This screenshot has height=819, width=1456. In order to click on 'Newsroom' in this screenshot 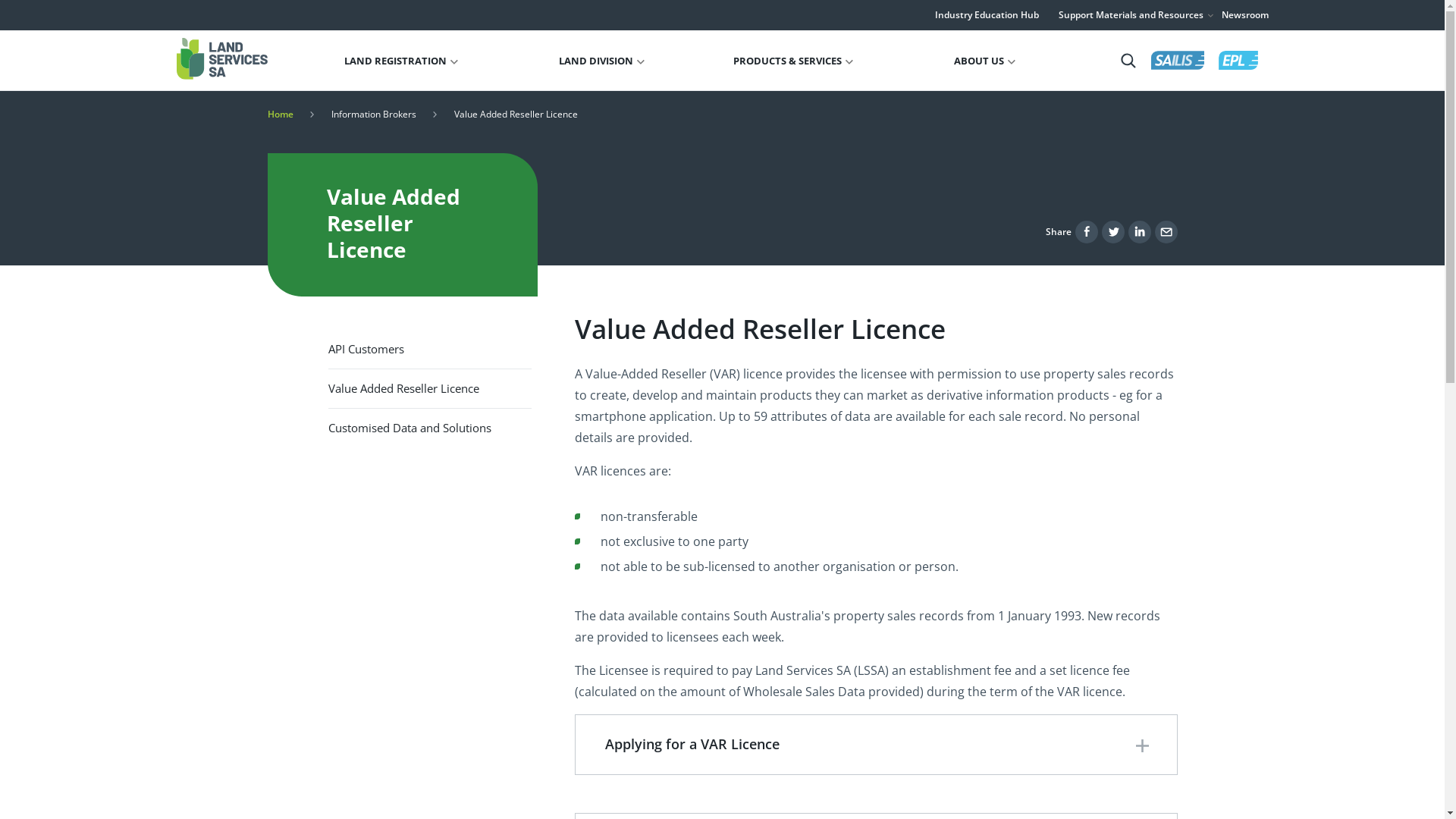, I will do `click(1244, 14)`.